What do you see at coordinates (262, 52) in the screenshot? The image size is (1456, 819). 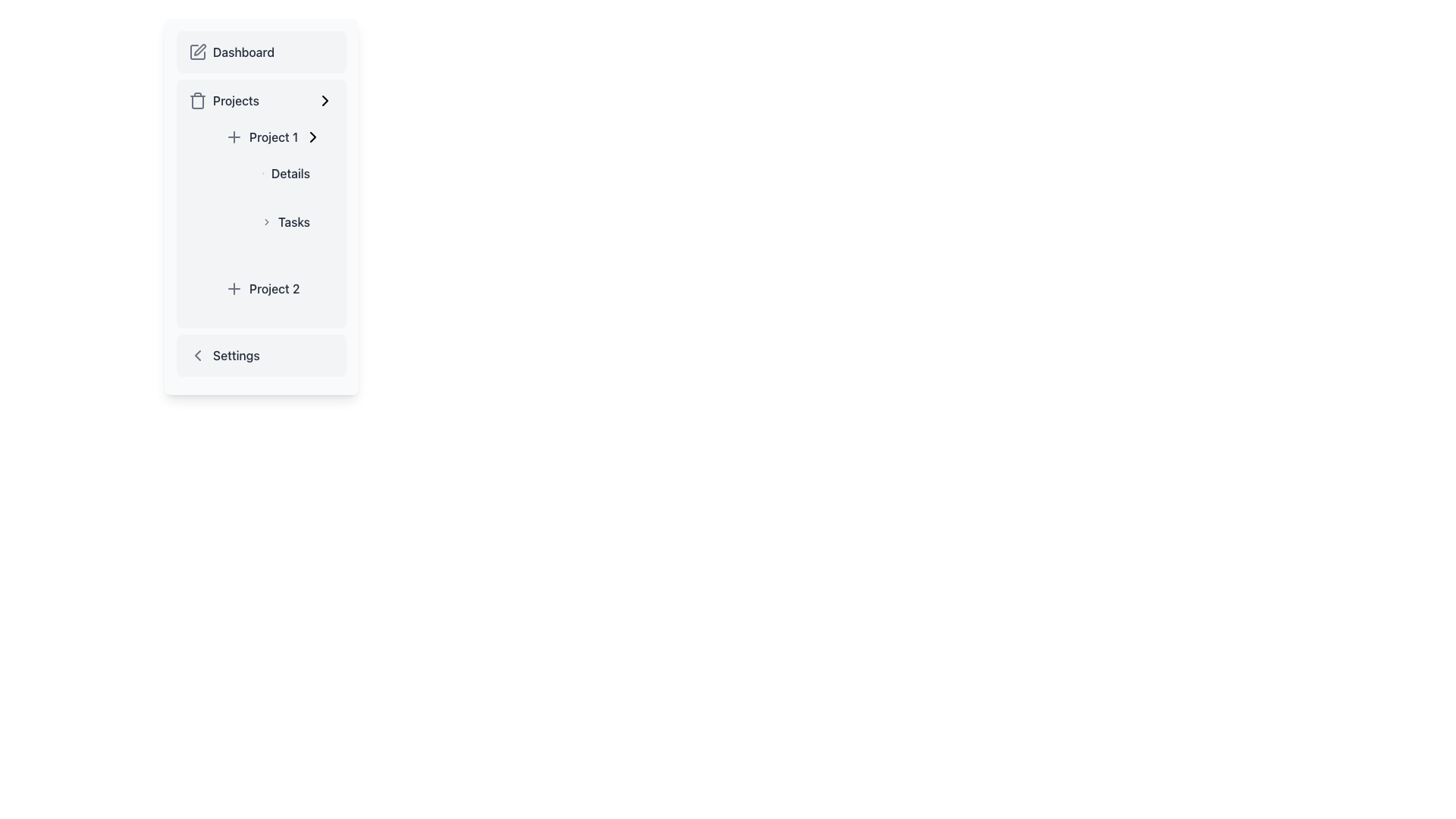 I see `the 'Dashboard' menu item located at the top of the navigation menu panel` at bounding box center [262, 52].